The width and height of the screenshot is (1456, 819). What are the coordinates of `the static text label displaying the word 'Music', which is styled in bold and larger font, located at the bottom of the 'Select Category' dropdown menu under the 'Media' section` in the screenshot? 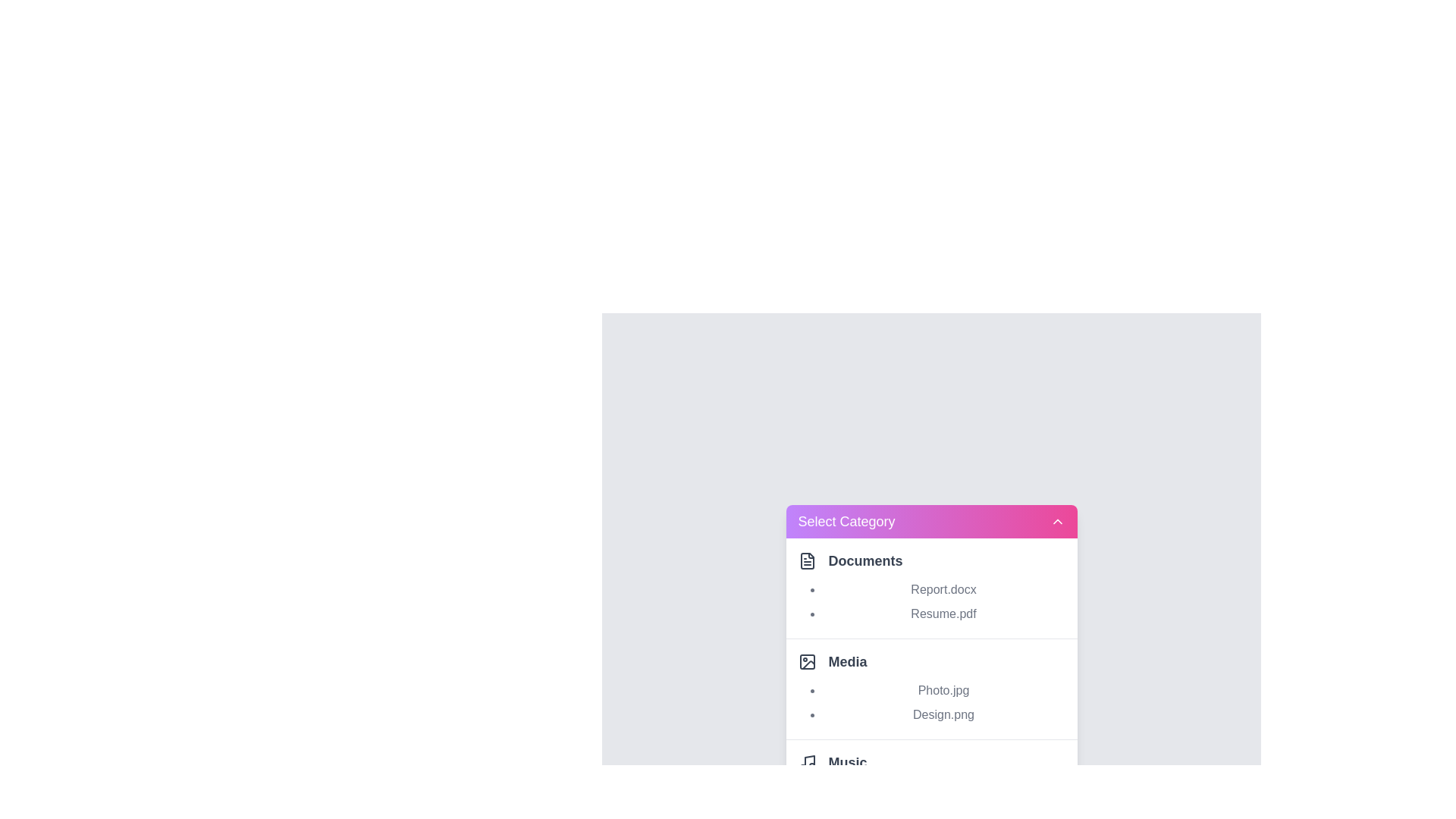 It's located at (847, 762).